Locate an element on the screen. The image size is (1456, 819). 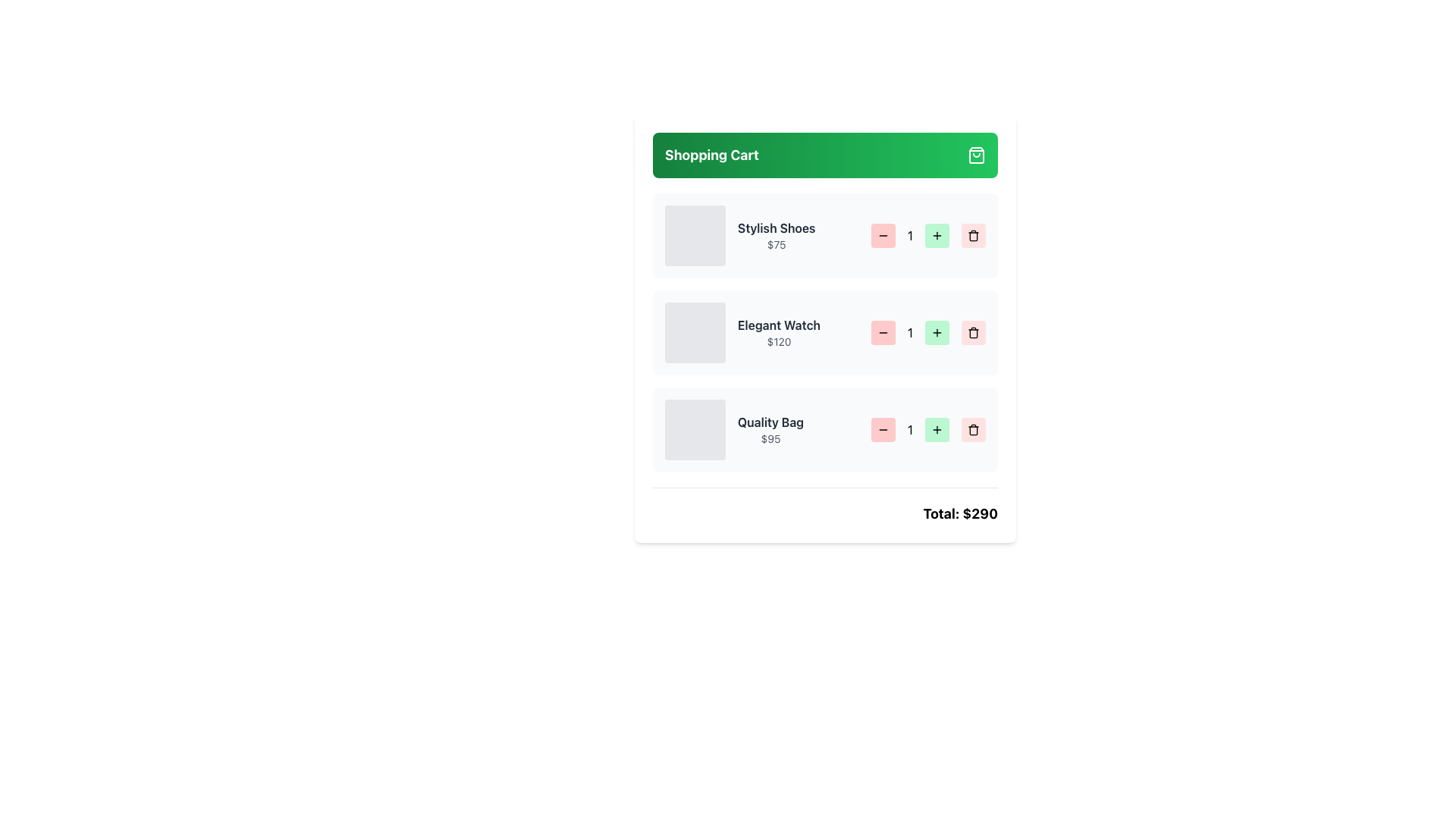
the graphical icon resembling a shopping bag located in the top-right corner of the green header bar labeled 'Shopping Cart' is located at coordinates (976, 155).